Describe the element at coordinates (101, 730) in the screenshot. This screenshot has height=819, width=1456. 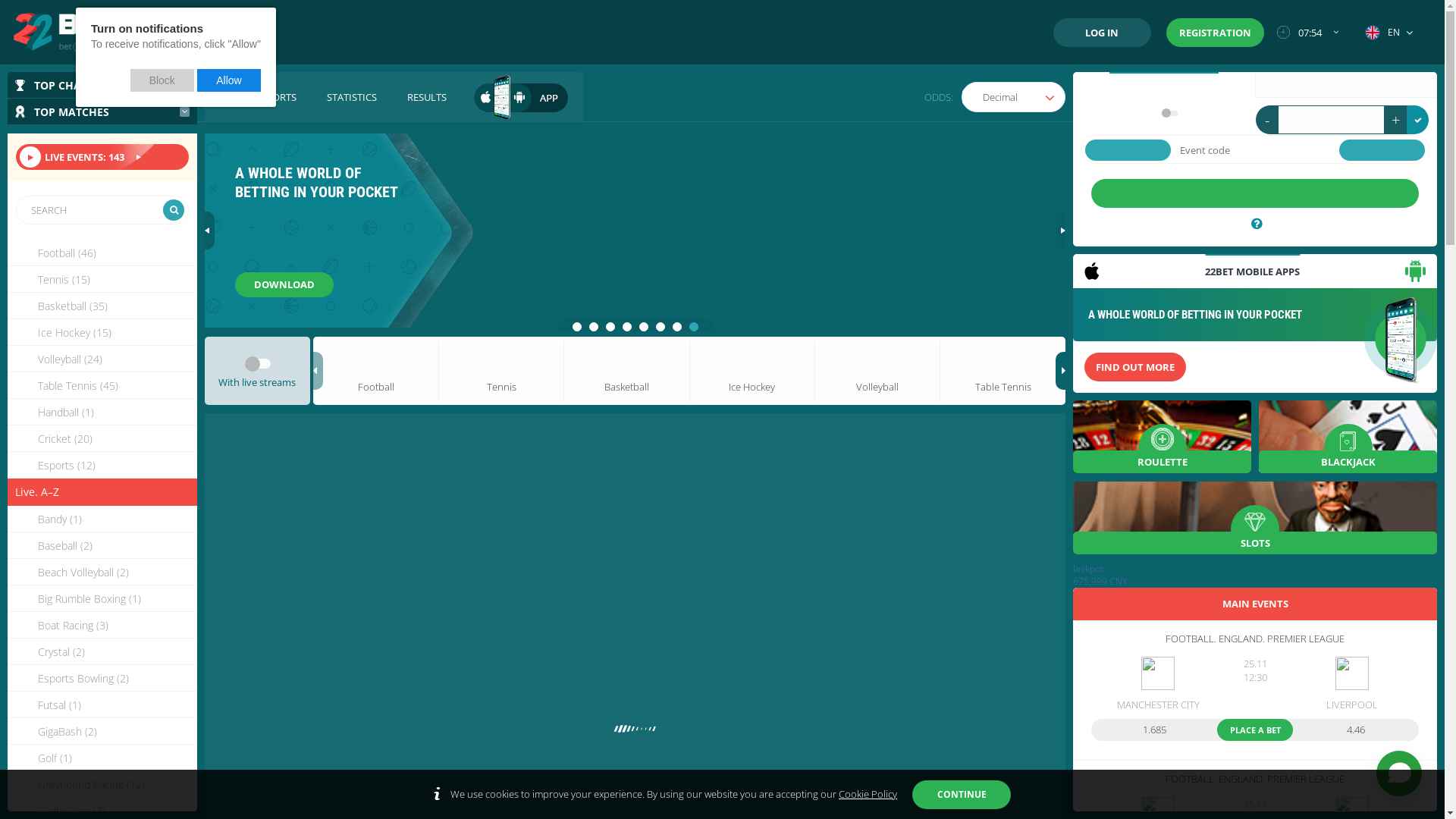
I see `'GigaBash` at that location.